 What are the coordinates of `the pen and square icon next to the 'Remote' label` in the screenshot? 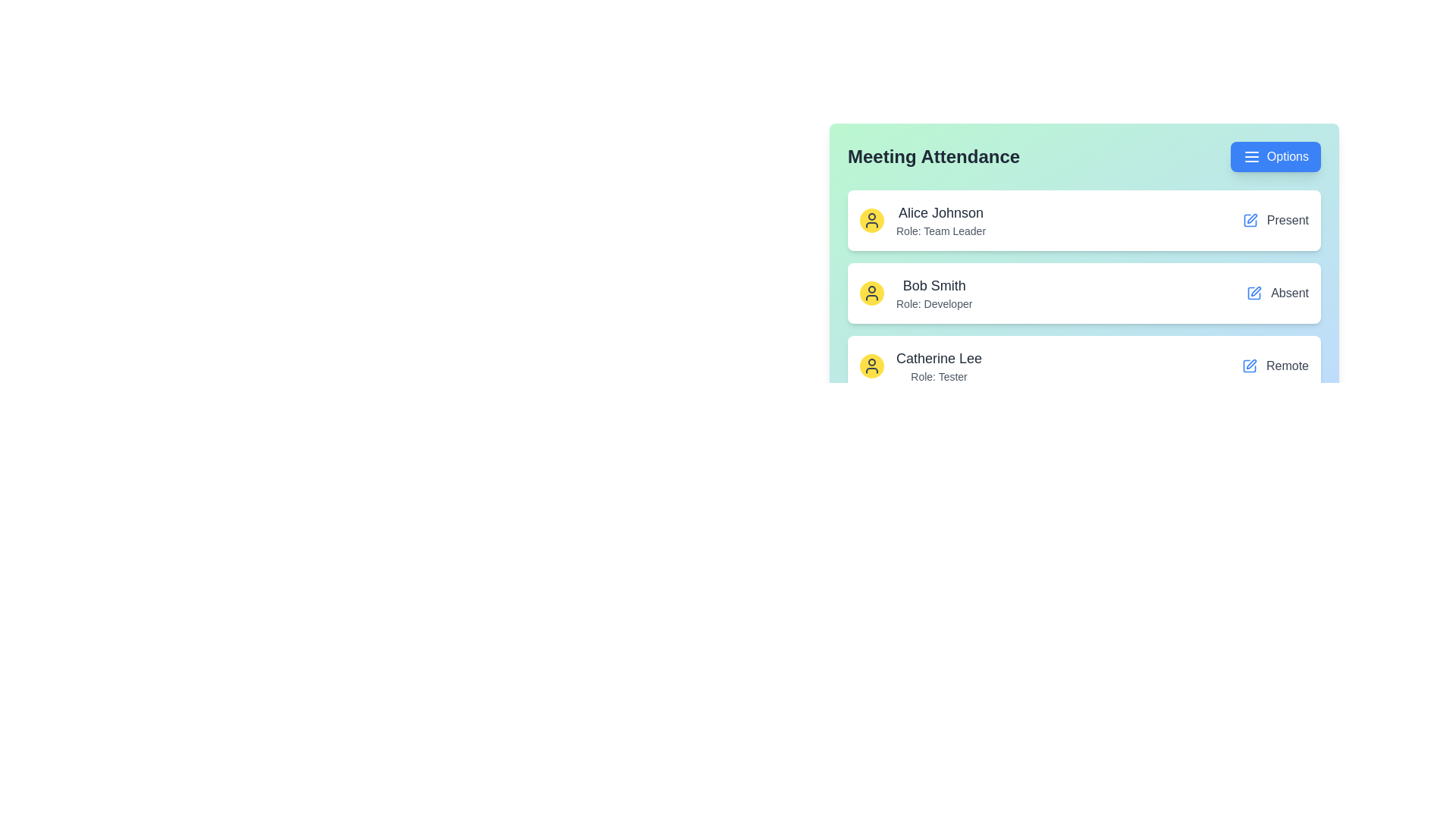 It's located at (1274, 366).